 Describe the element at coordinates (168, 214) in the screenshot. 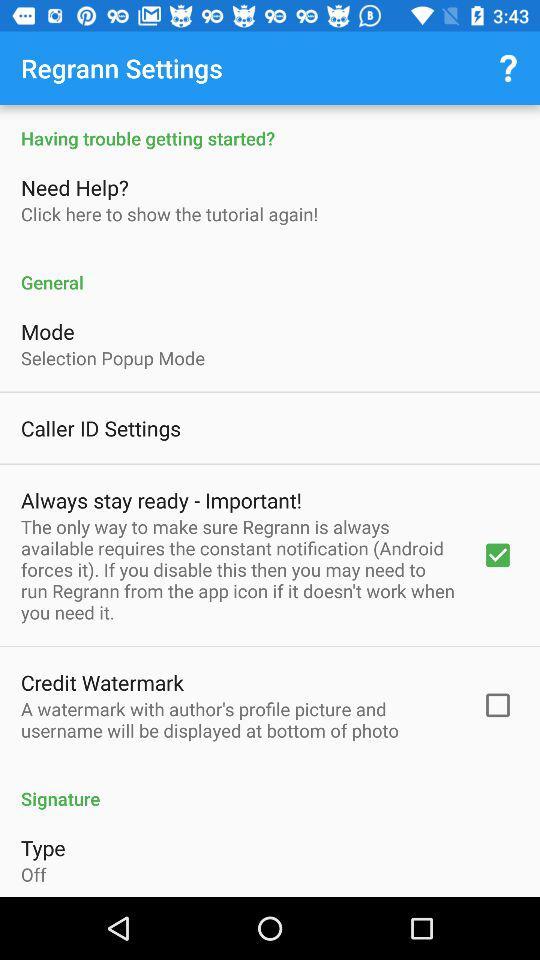

I see `the click here to item` at that location.